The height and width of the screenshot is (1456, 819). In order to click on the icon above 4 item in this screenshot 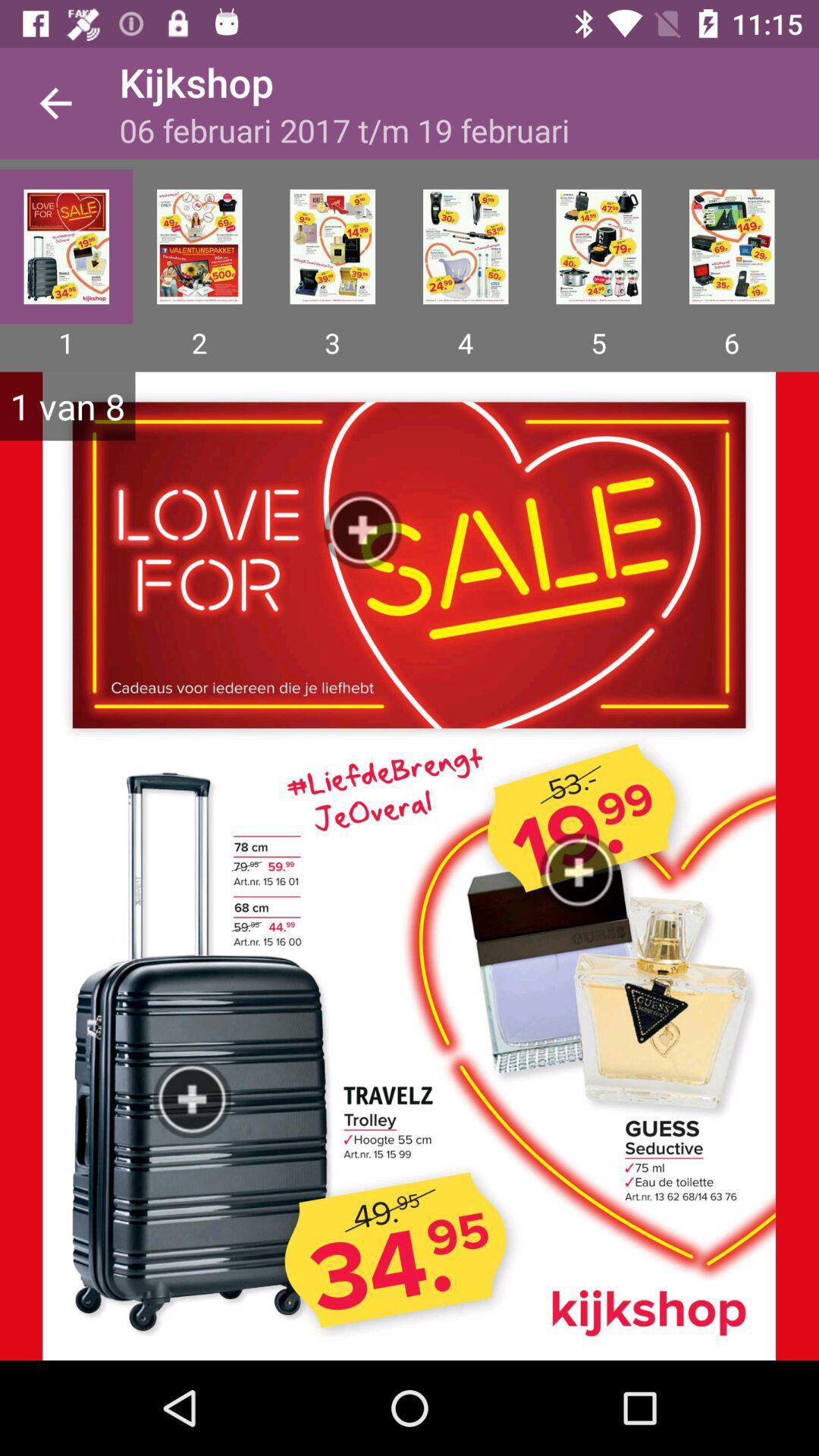, I will do `click(465, 246)`.